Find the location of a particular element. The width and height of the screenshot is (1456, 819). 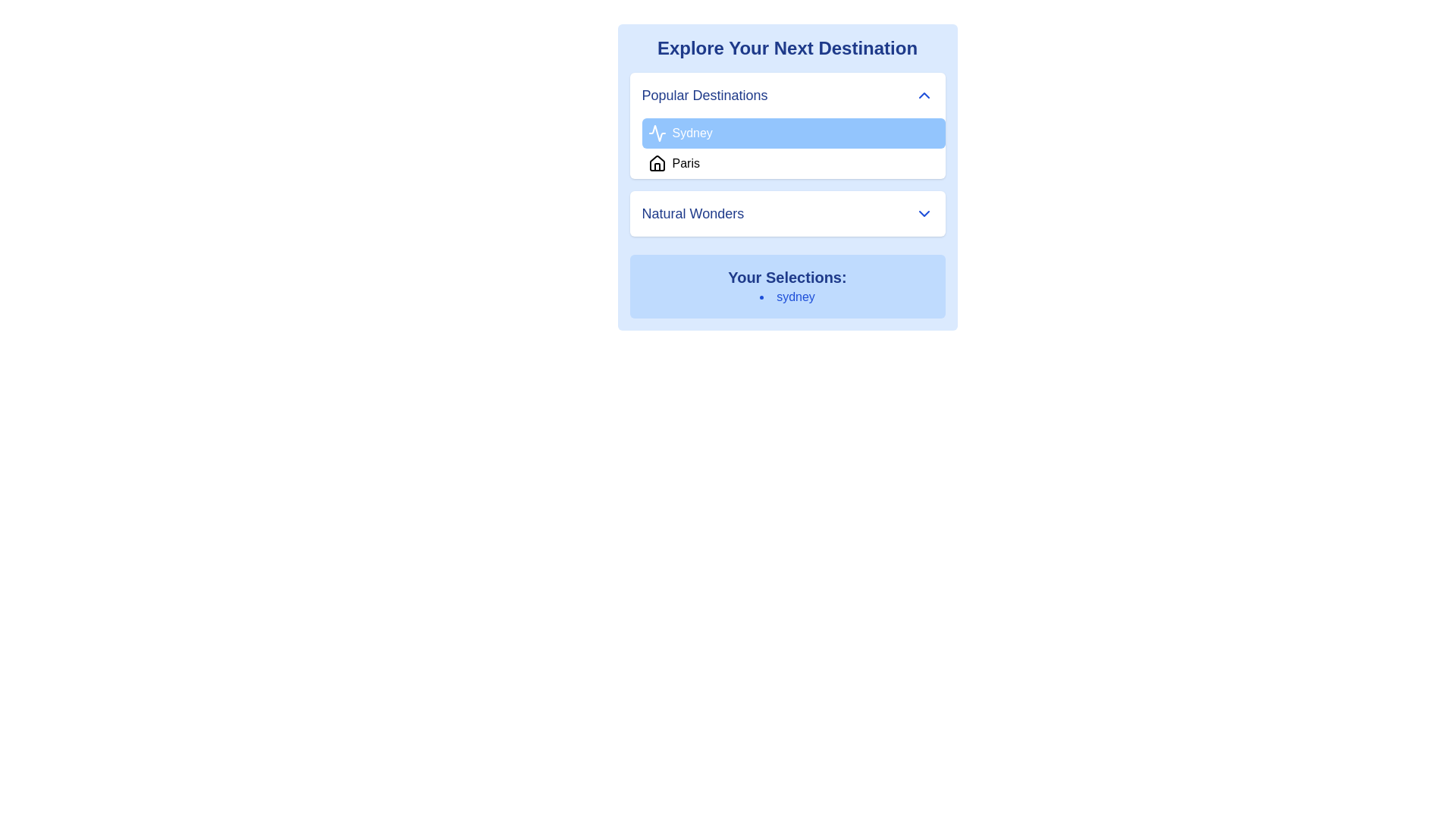

the 'Popular Destinations' collapsible section header for keyboard interaction is located at coordinates (787, 96).